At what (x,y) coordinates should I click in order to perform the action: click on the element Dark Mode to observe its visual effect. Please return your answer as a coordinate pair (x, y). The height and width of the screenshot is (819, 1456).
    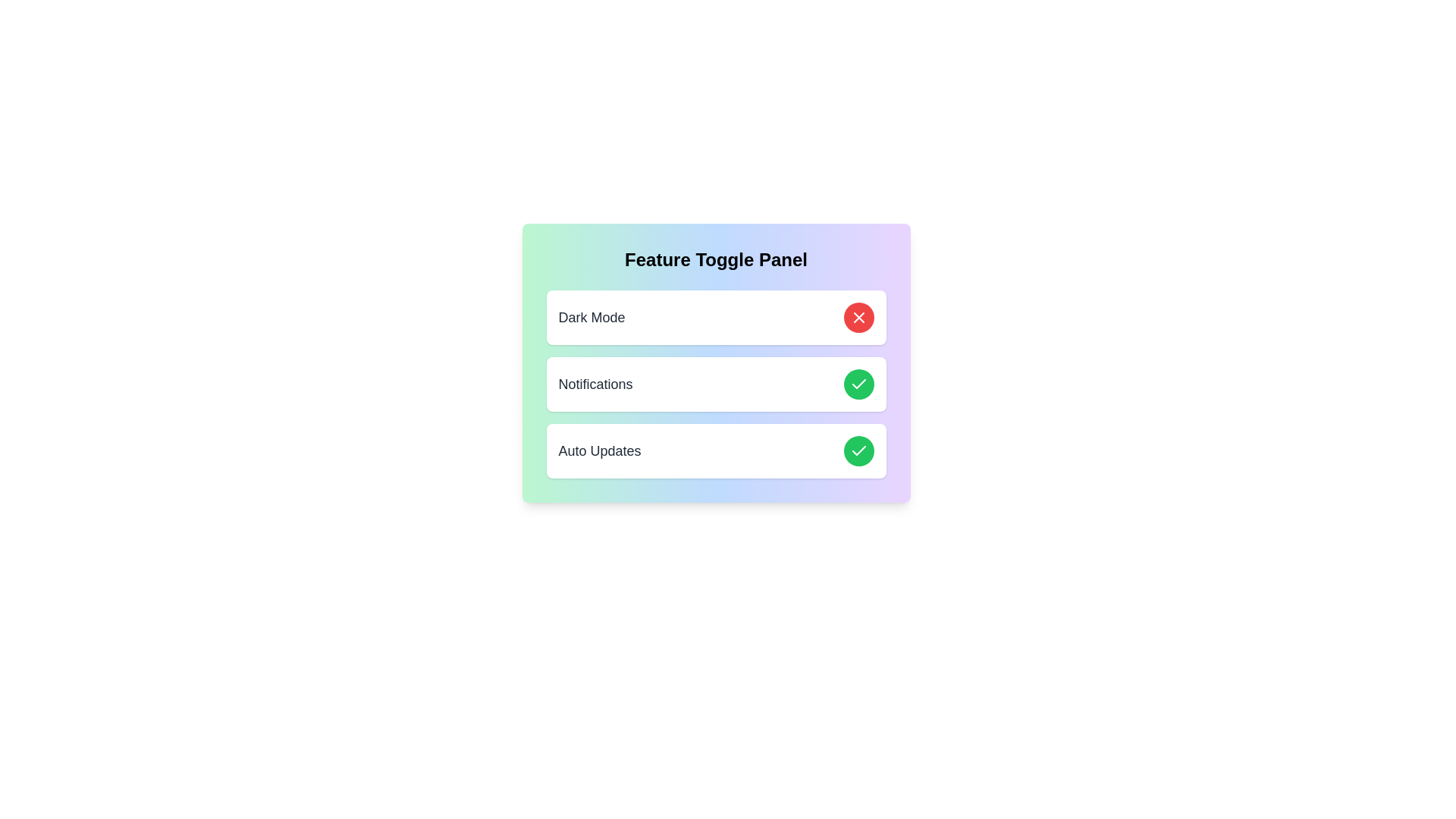
    Looking at the image, I should click on (715, 317).